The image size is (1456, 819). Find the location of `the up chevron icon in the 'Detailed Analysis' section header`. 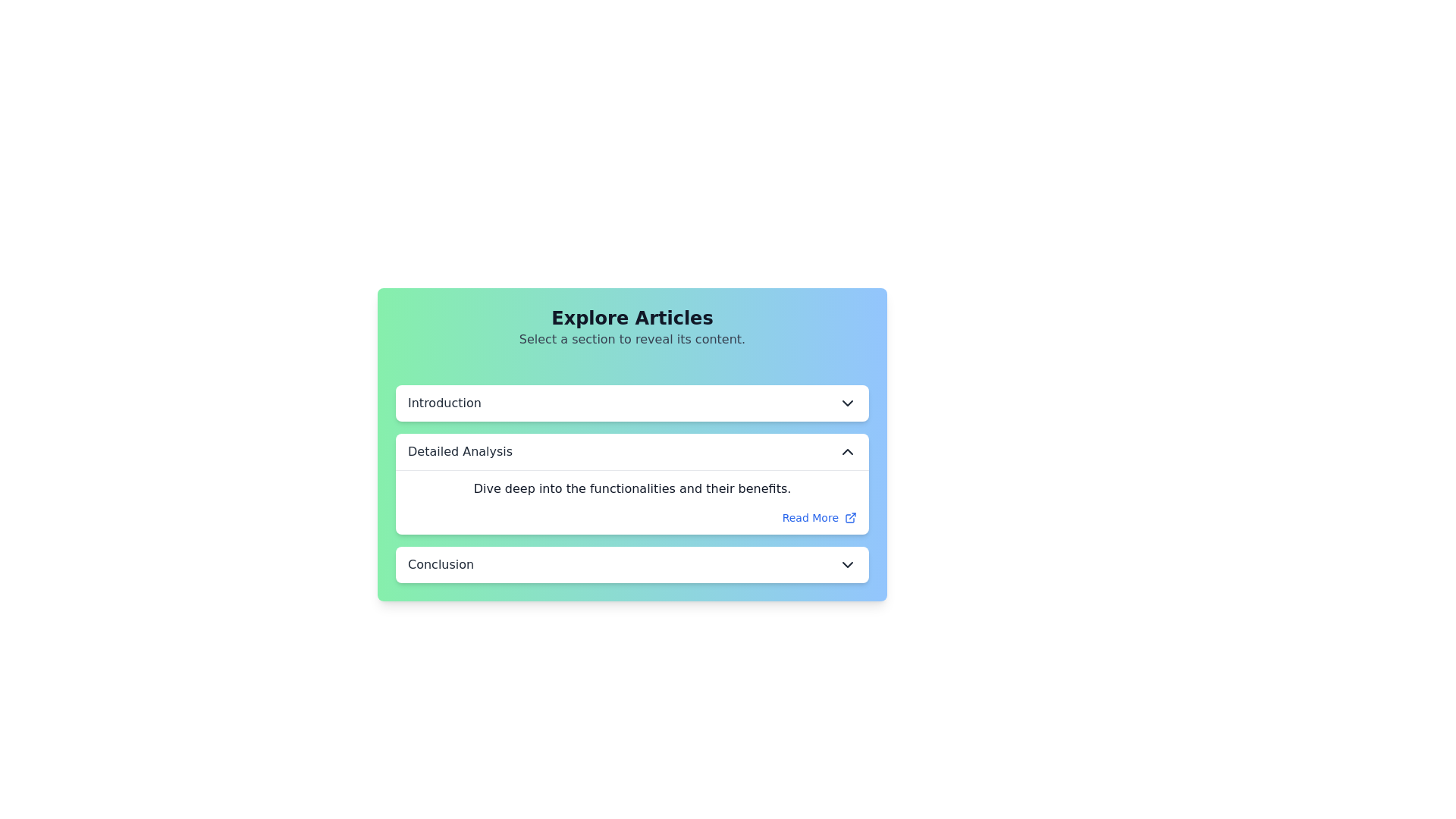

the up chevron icon in the 'Detailed Analysis' section header is located at coordinates (847, 451).